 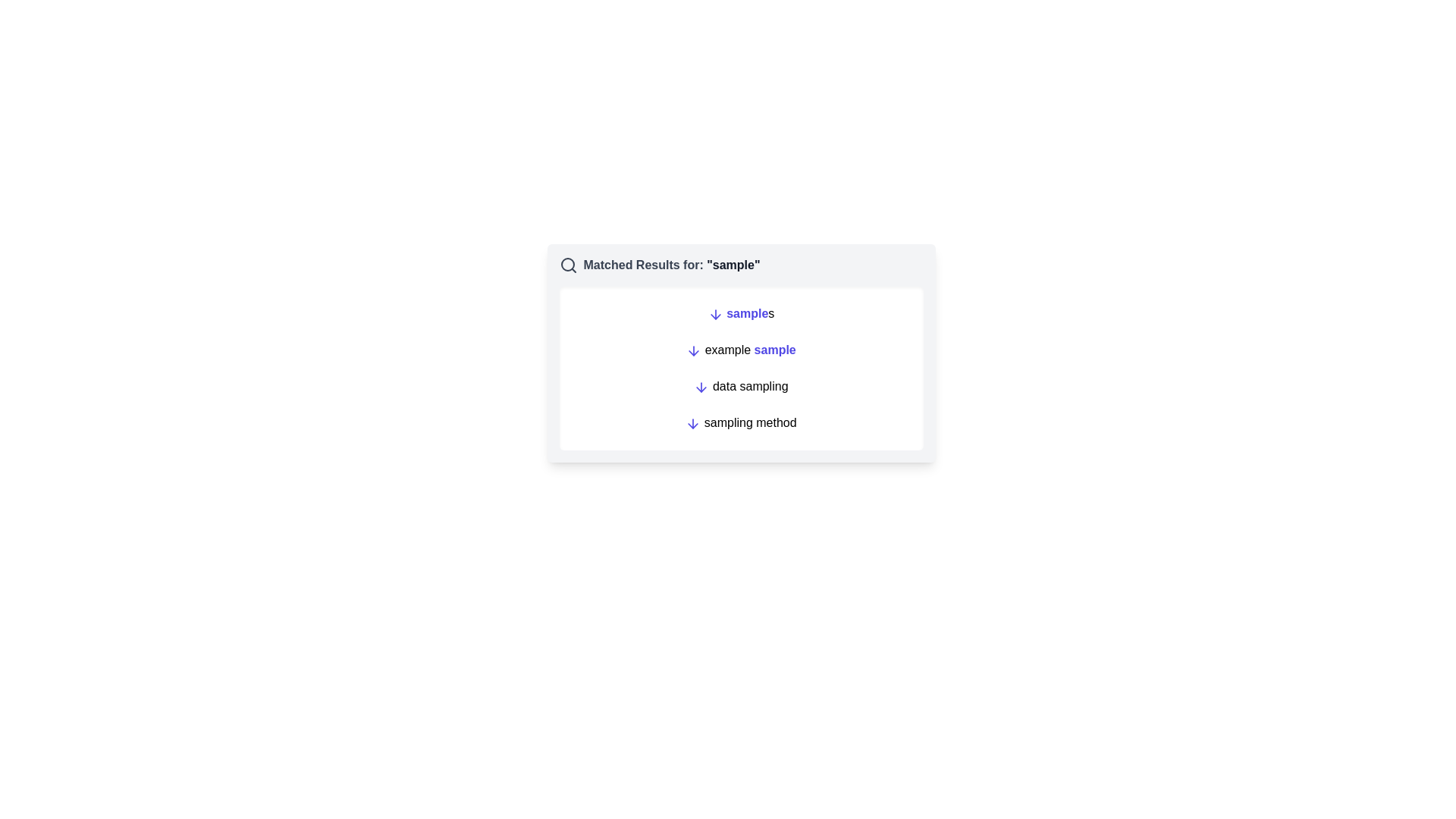 What do you see at coordinates (747, 312) in the screenshot?
I see `the text label displaying the word 'sample', which is bold and indigo, located to the right of an arrow icon` at bounding box center [747, 312].